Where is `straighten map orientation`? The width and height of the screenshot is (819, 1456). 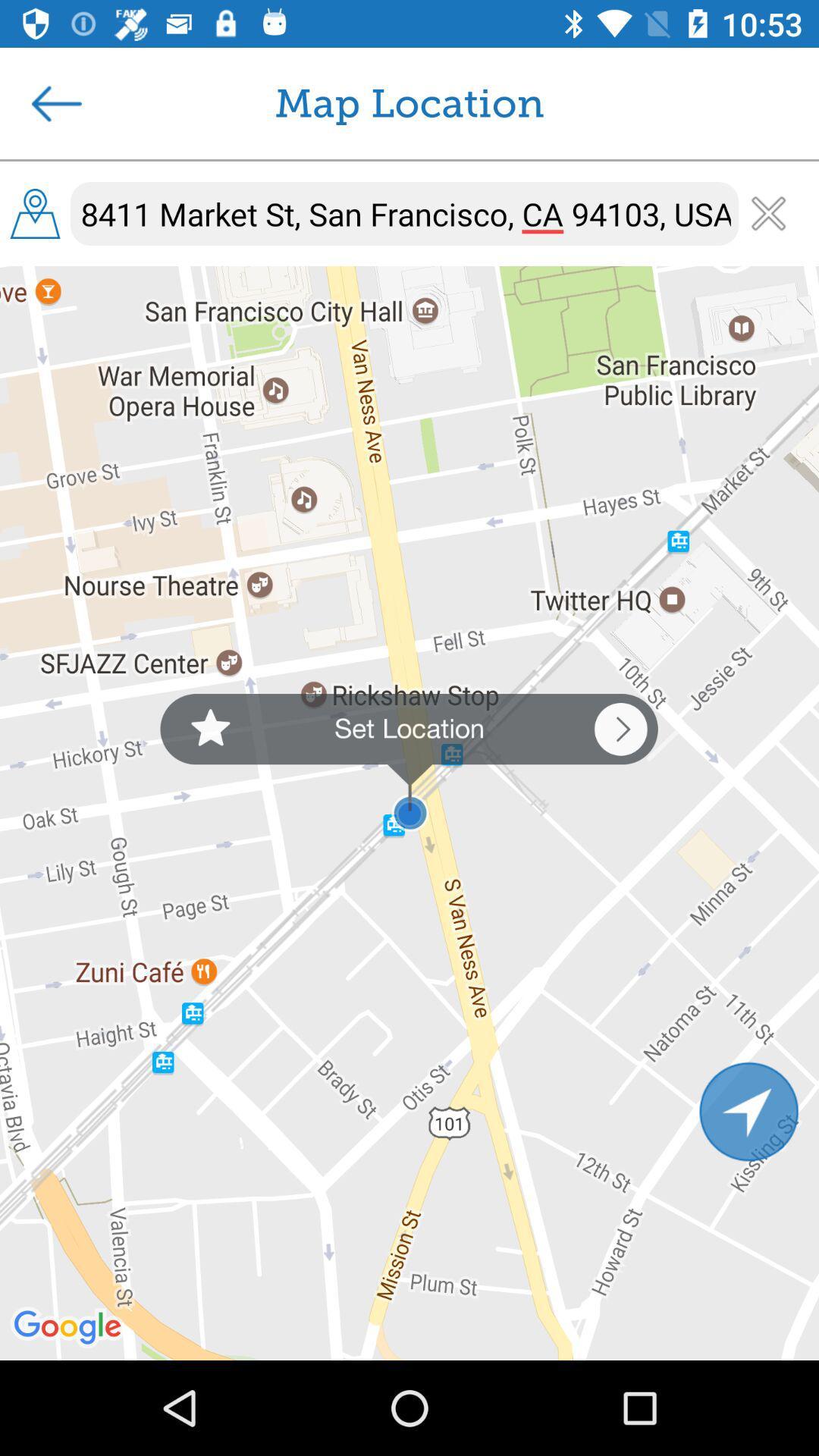
straighten map orientation is located at coordinates (748, 1111).